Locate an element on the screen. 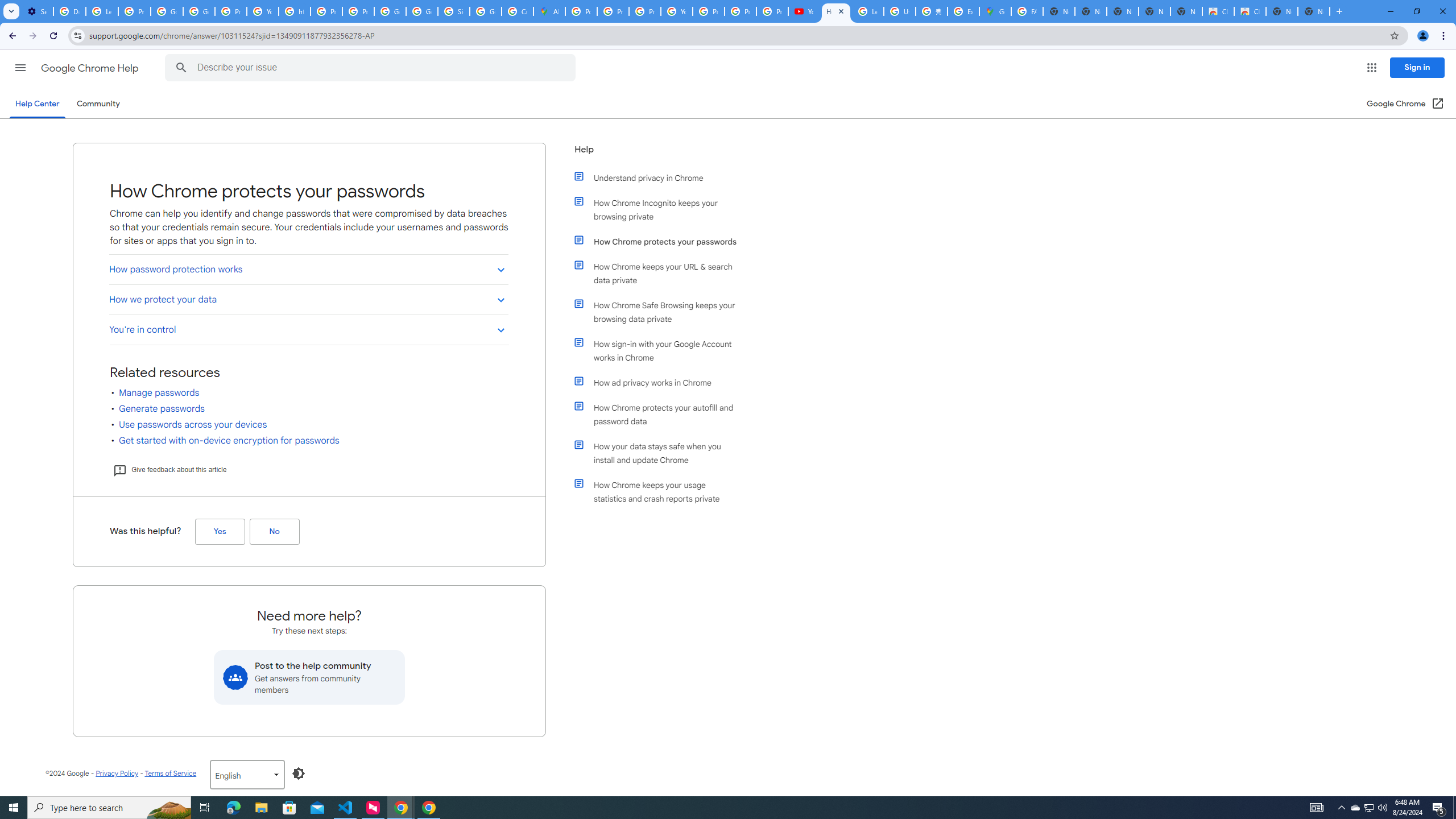 The image size is (1456, 819). 'How Chrome Incognito keeps your browsing private' is located at coordinates (661, 209).